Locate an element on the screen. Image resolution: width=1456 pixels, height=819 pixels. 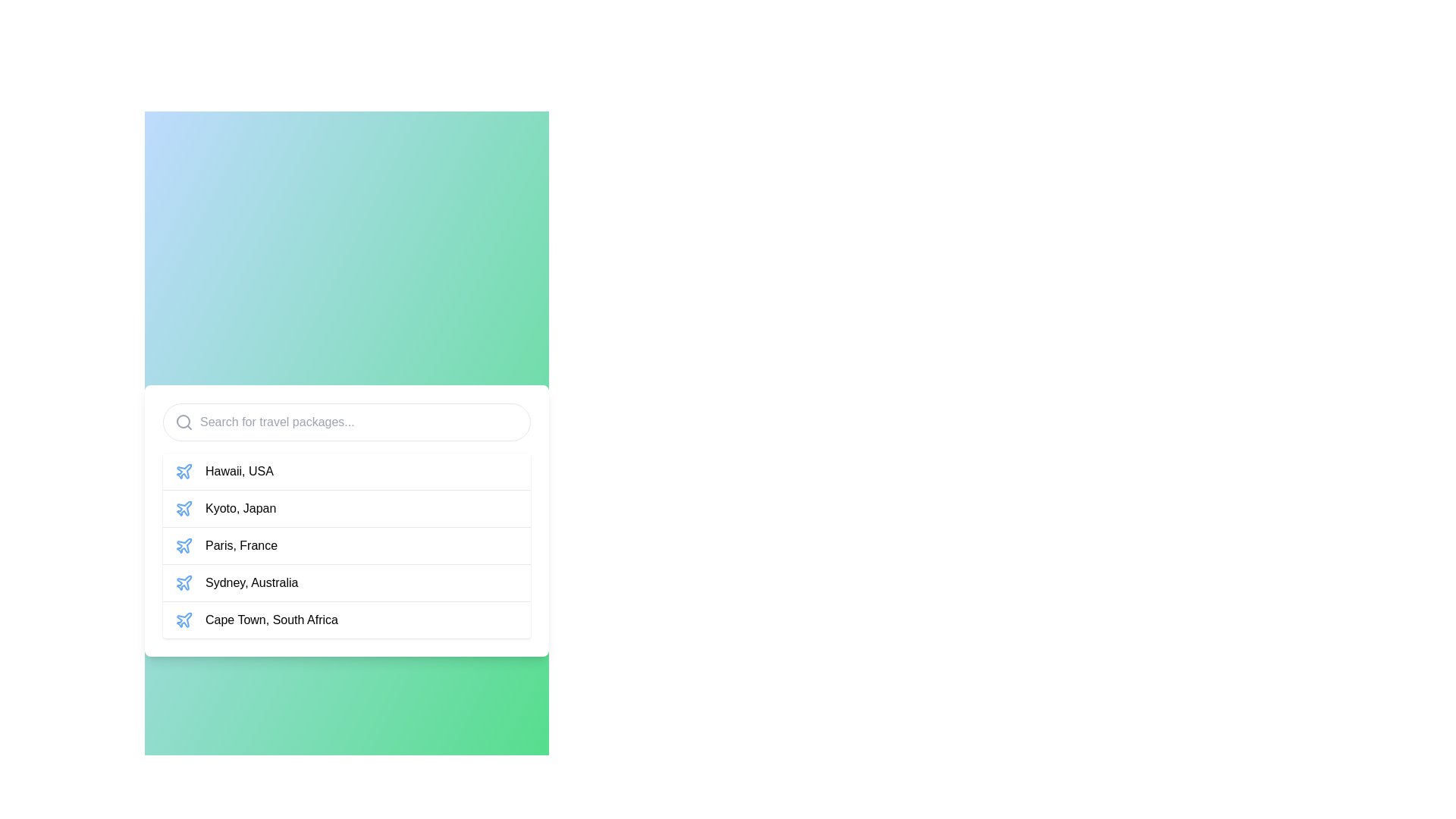
the blue airplane icon located next to the text 'Paris, France', which is the third item in the destination list is located at coordinates (184, 544).